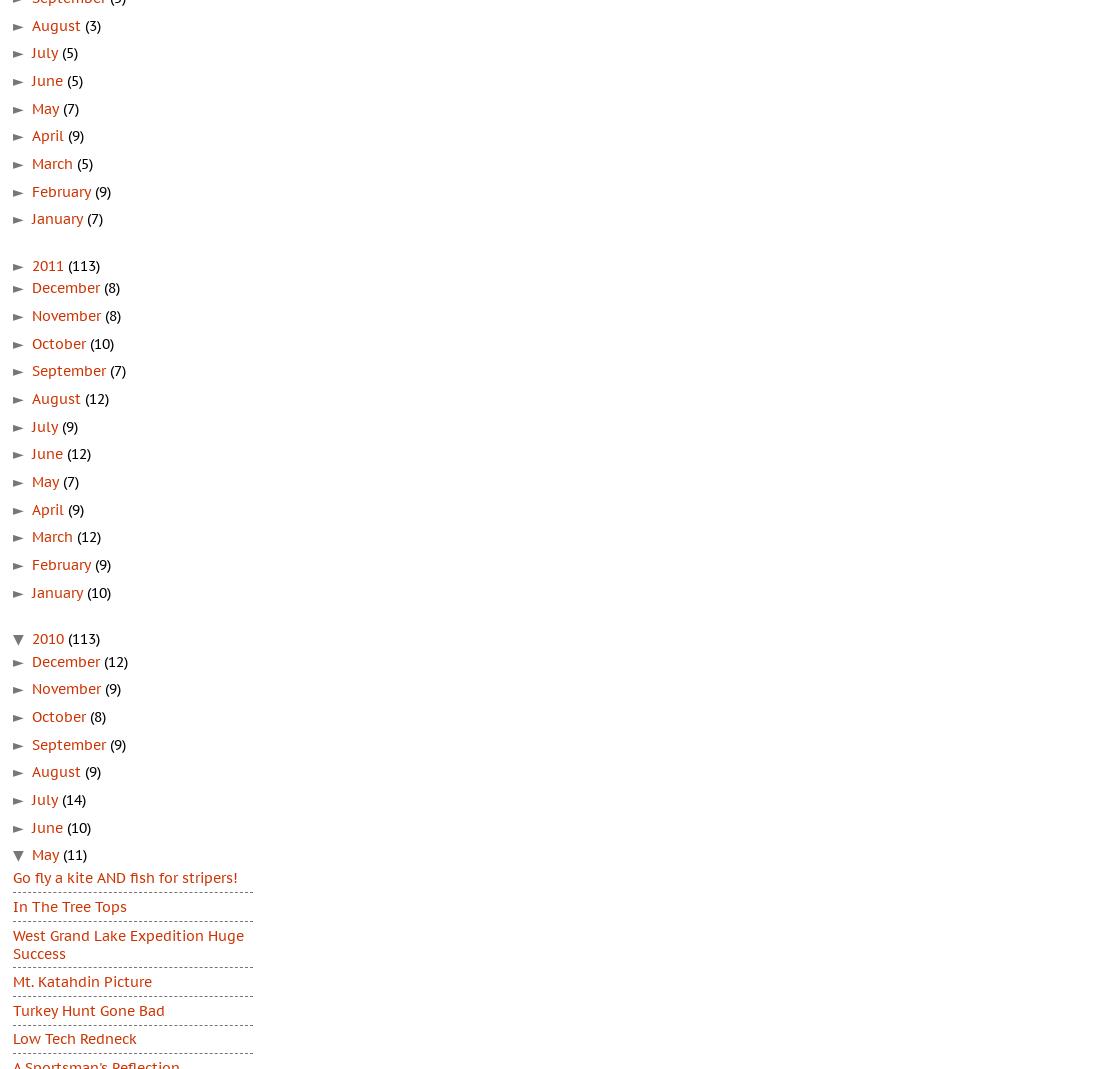  I want to click on '(3)', so click(92, 24).